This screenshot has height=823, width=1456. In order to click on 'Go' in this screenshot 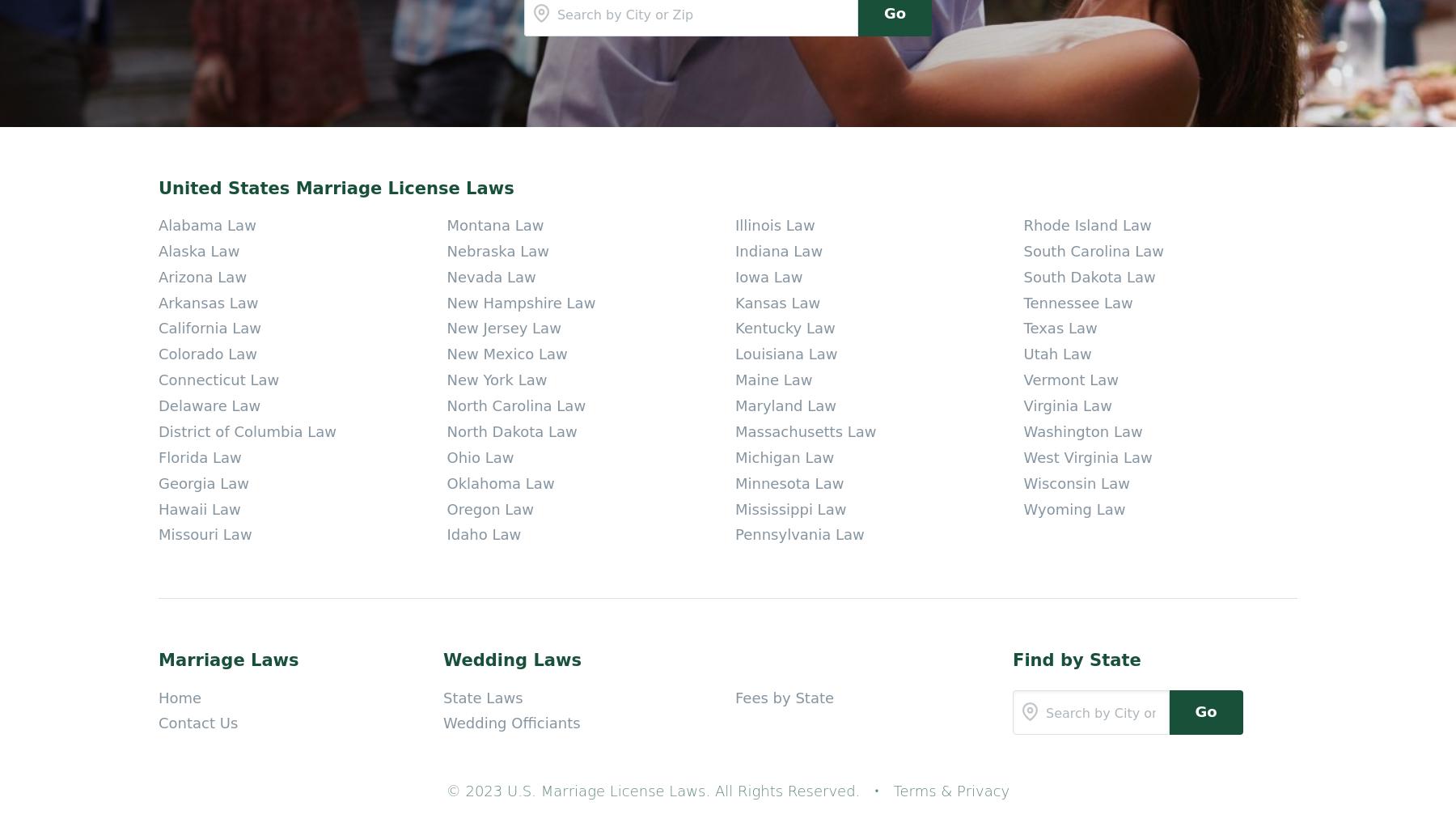, I will do `click(1205, 337)`.